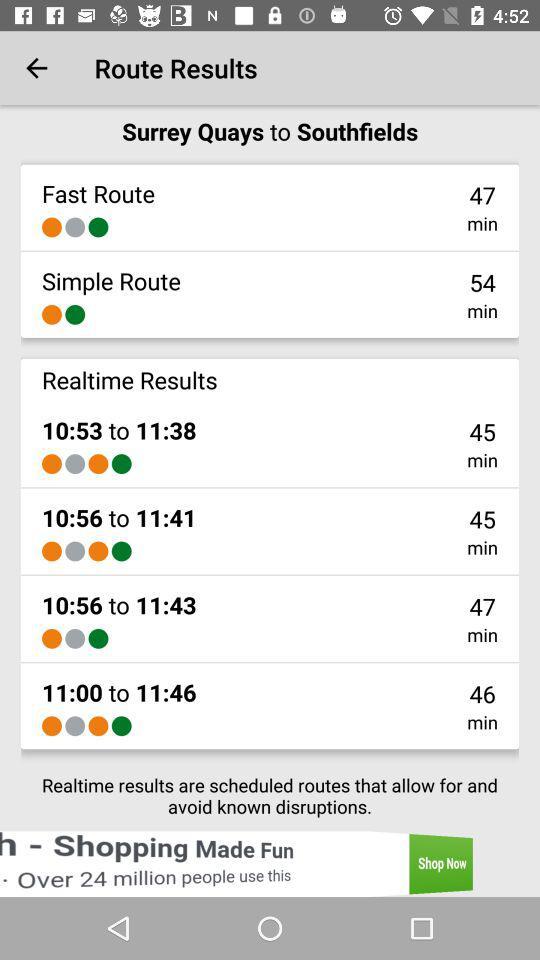  I want to click on the item to the left of min, so click(121, 725).